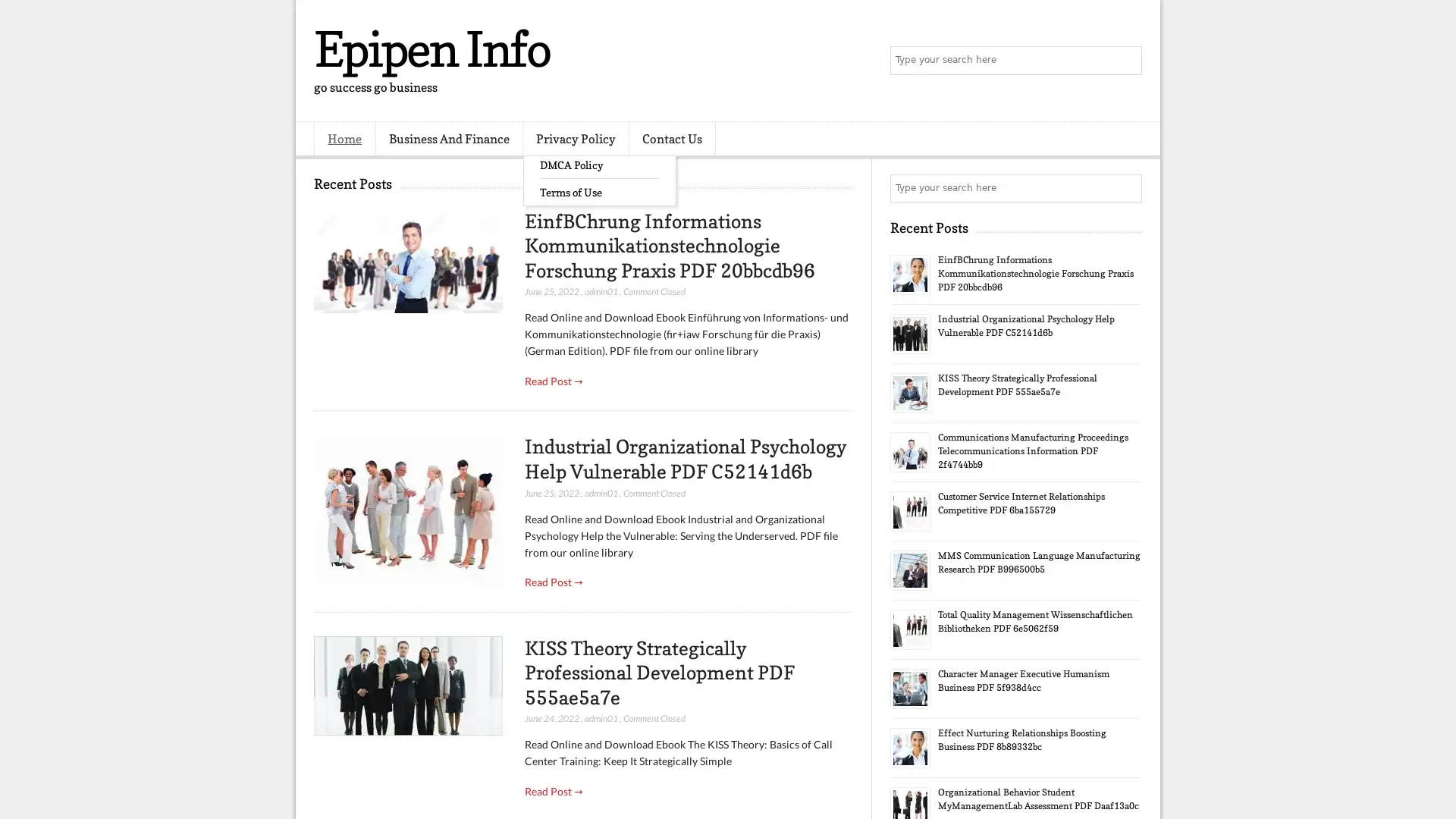 The width and height of the screenshot is (1456, 819). What do you see at coordinates (1126, 188) in the screenshot?
I see `Search` at bounding box center [1126, 188].